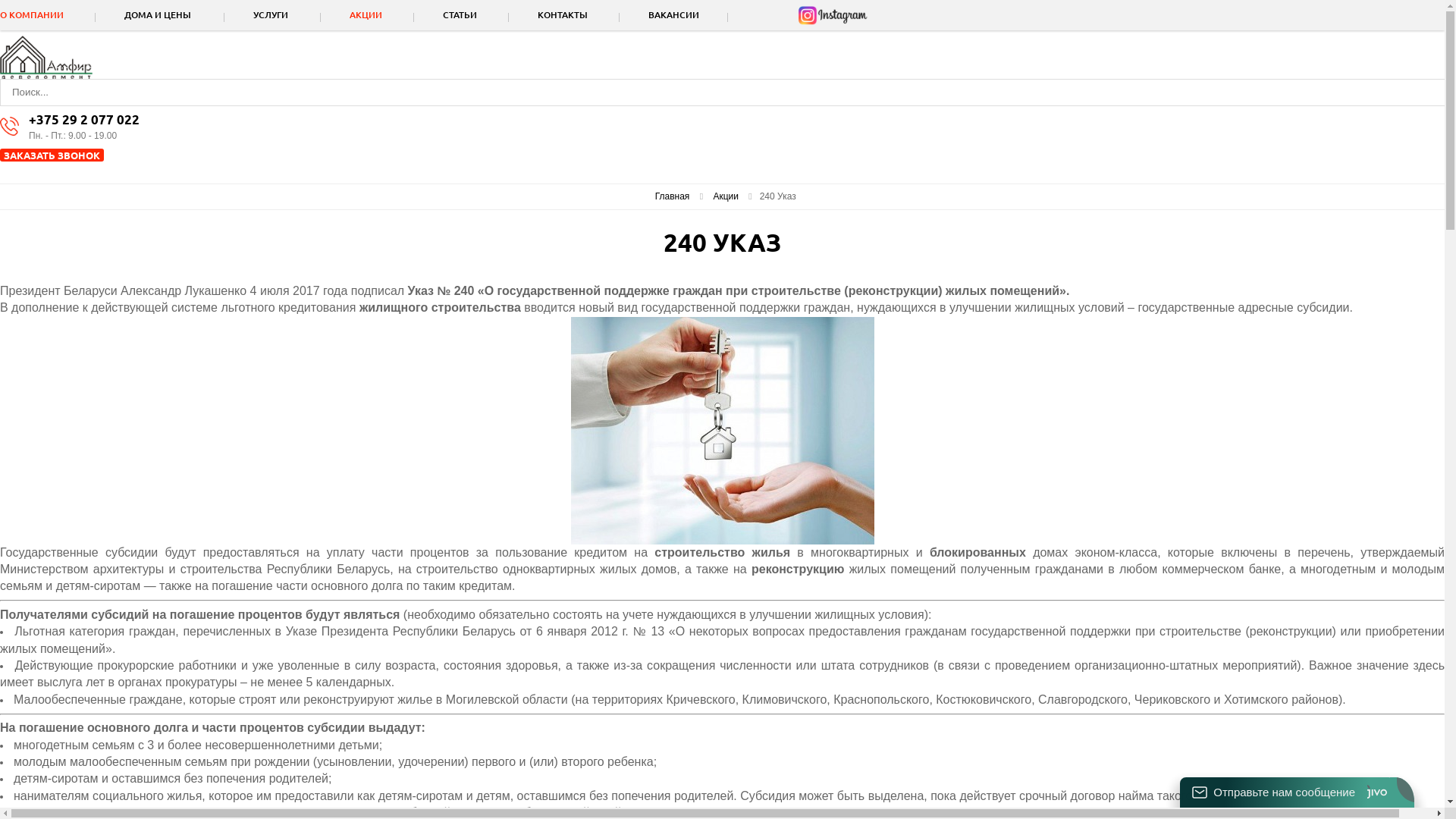  I want to click on '+375 29 2 077 022', so click(29, 119).